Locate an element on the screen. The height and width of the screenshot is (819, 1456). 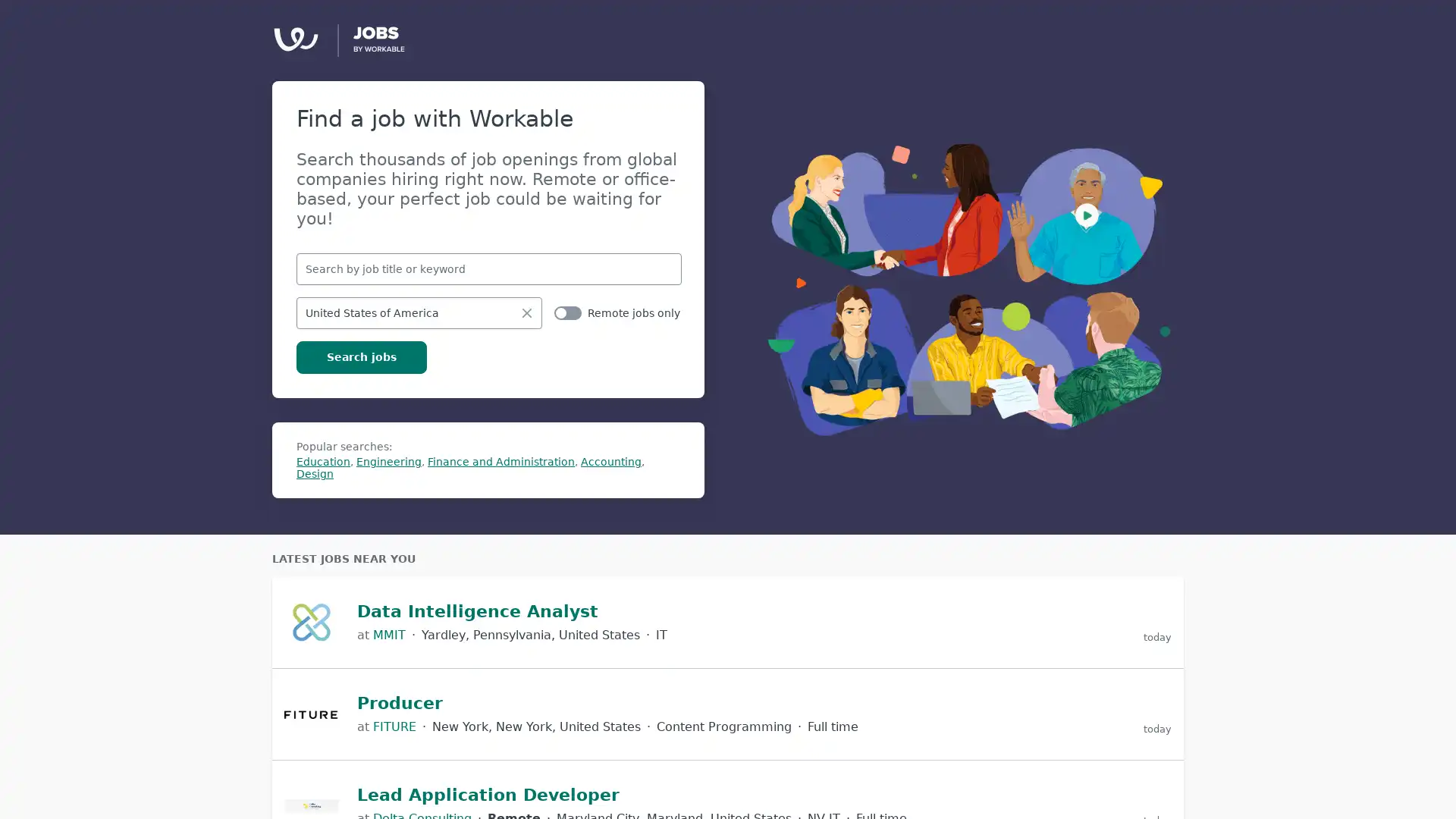
MMIT is located at coordinates (389, 635).